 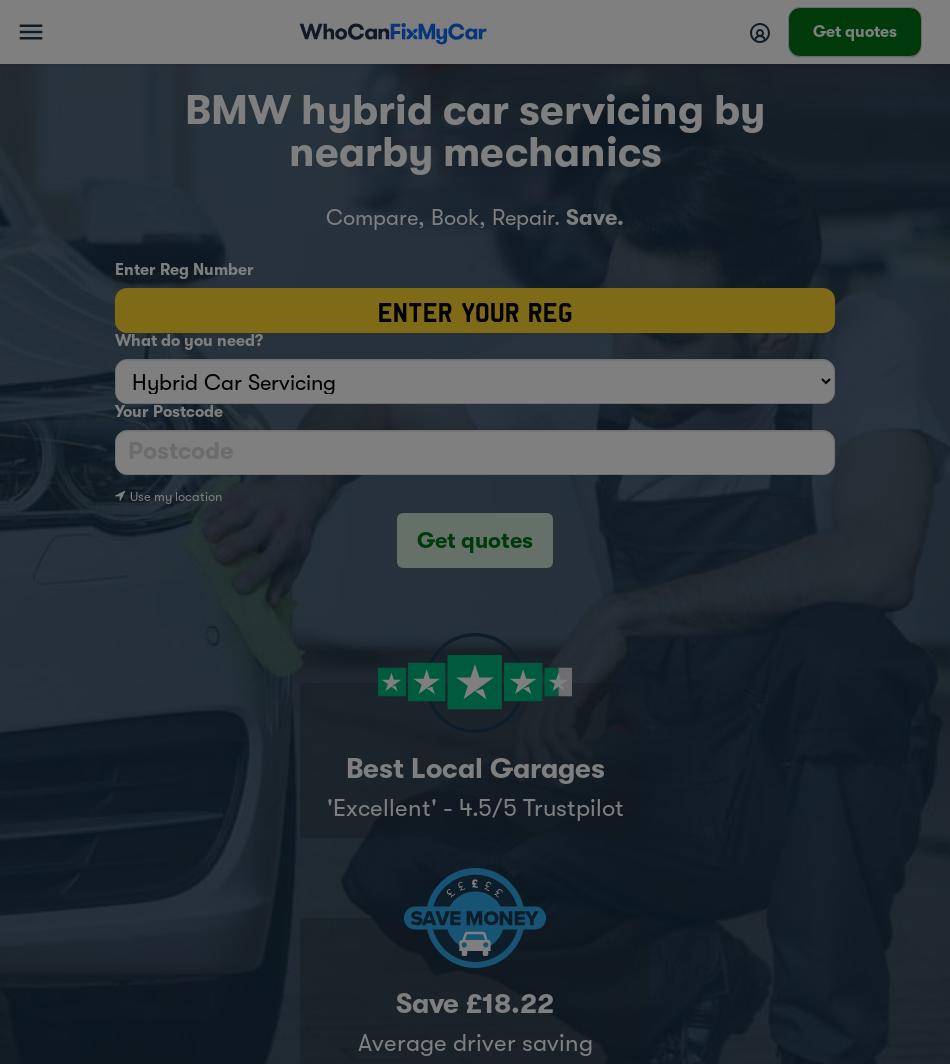 I want to click on 'Save.', so click(x=594, y=217).